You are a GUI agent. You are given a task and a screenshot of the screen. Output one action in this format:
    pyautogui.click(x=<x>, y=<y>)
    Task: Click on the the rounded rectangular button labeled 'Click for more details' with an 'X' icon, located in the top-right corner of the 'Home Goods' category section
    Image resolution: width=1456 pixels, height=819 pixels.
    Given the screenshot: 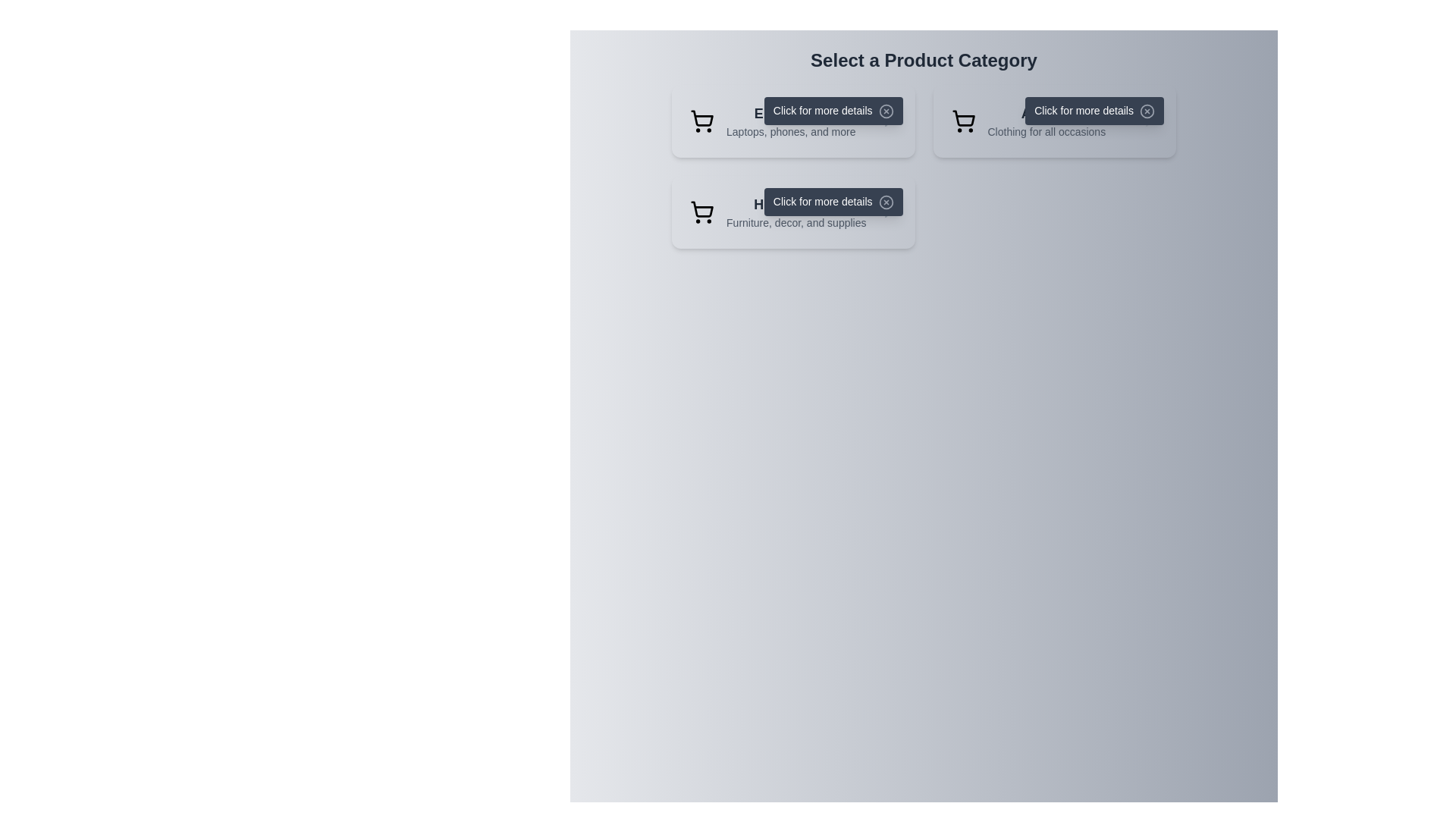 What is the action you would take?
    pyautogui.click(x=833, y=201)
    